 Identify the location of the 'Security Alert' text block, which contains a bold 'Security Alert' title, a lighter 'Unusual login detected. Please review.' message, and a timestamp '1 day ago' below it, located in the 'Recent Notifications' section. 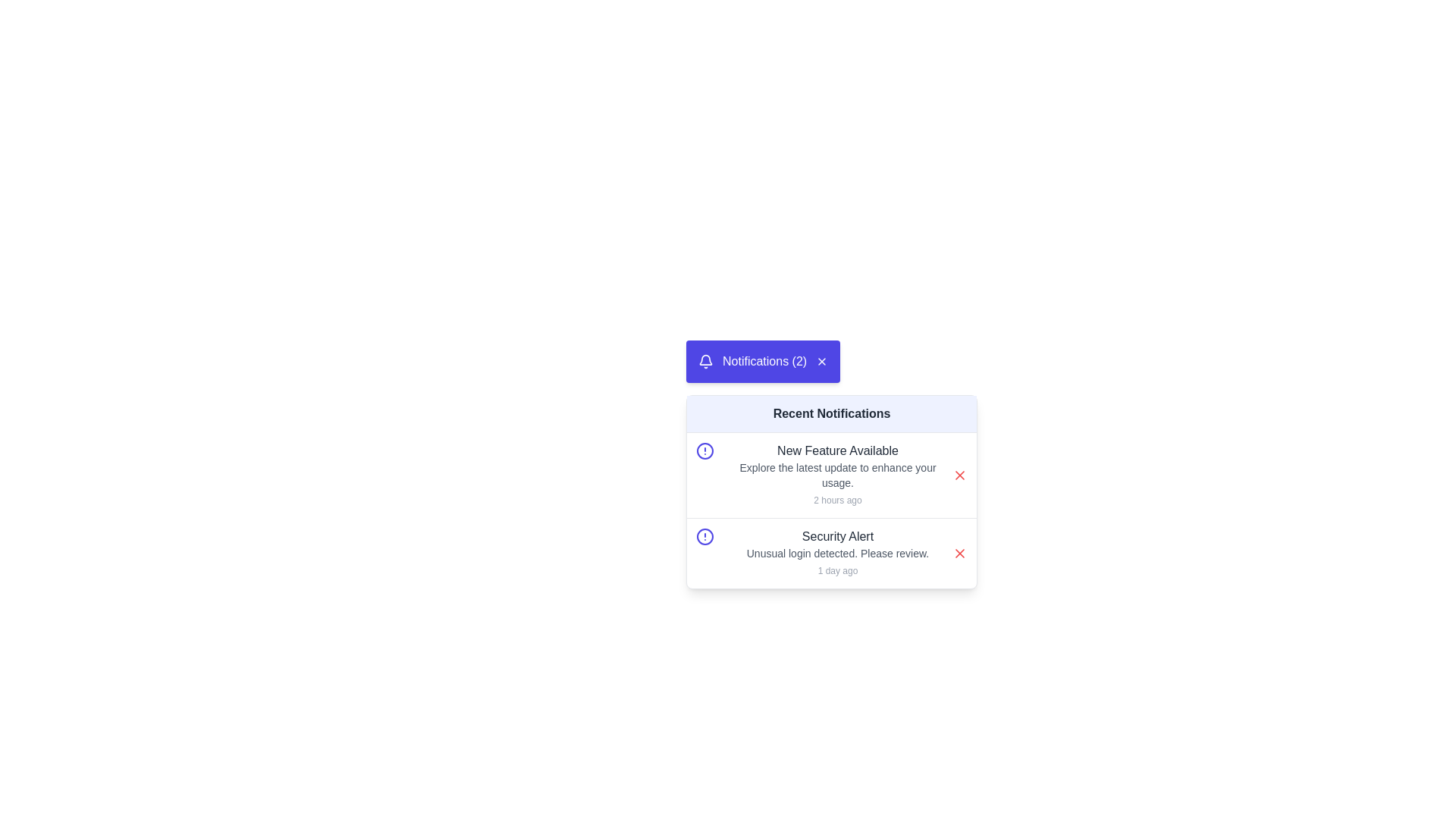
(836, 553).